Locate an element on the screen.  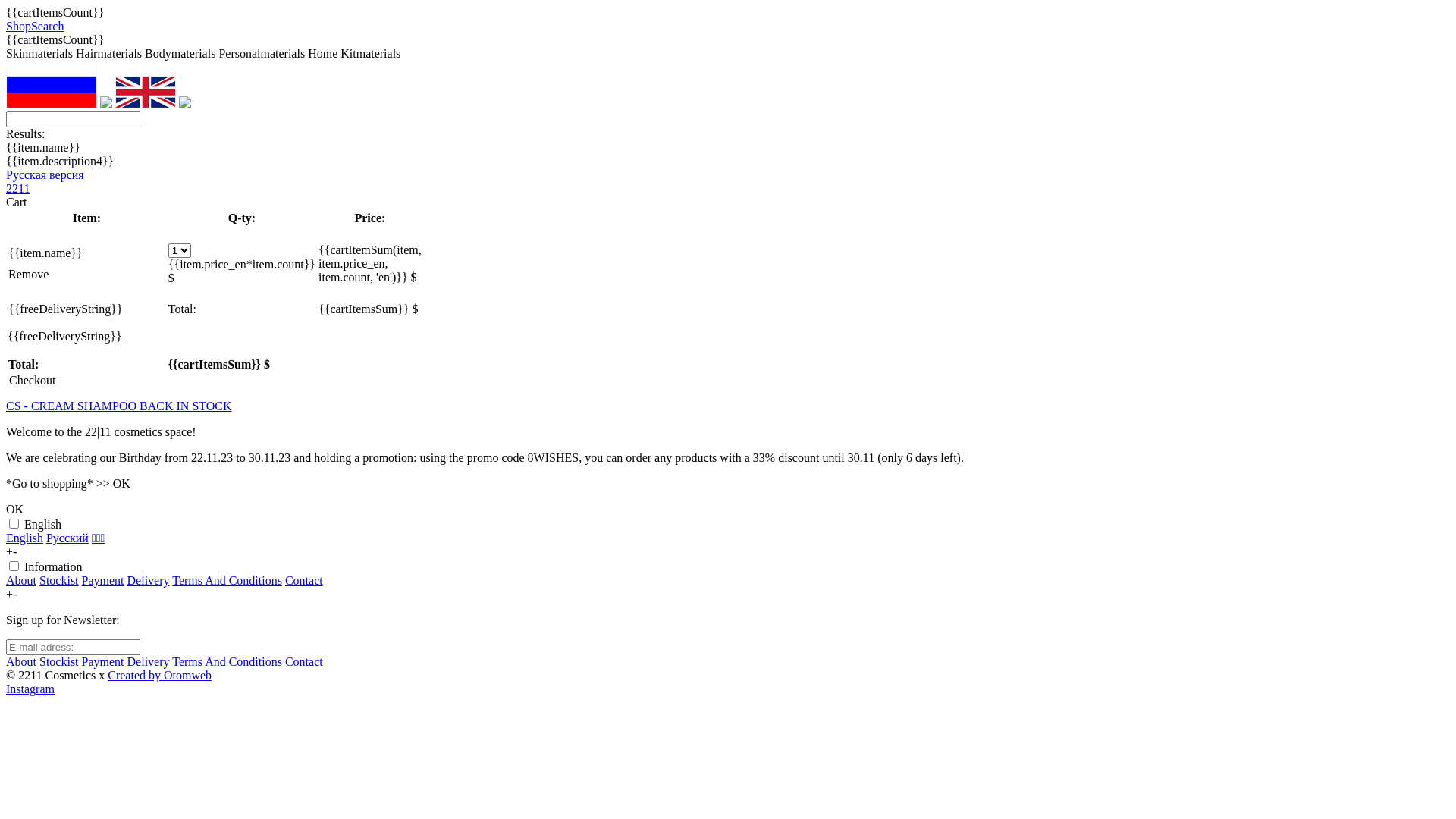
'Created by Otomweb' is located at coordinates (107, 674).